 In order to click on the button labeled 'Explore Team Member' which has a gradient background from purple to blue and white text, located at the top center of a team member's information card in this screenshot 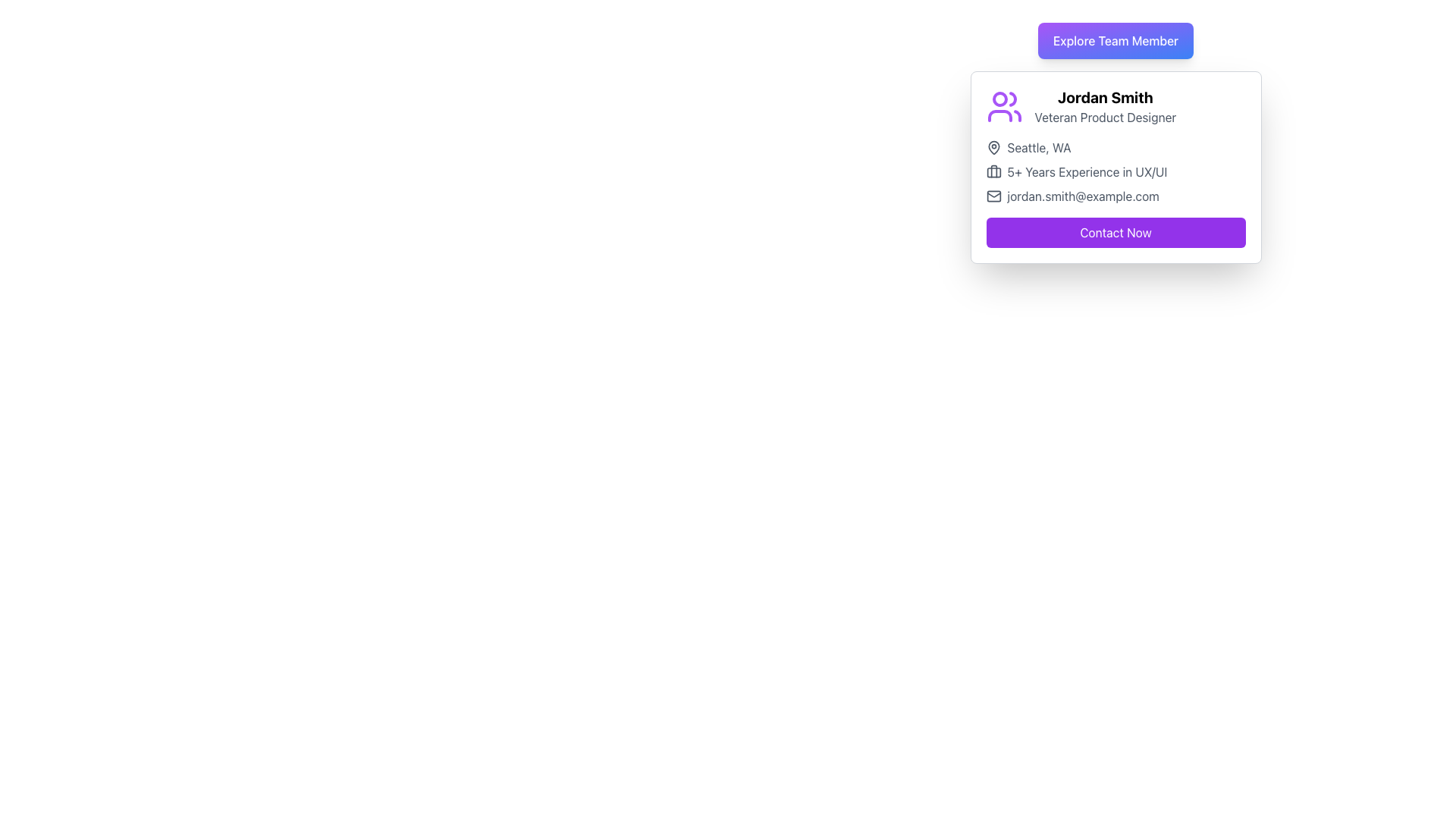, I will do `click(1116, 40)`.